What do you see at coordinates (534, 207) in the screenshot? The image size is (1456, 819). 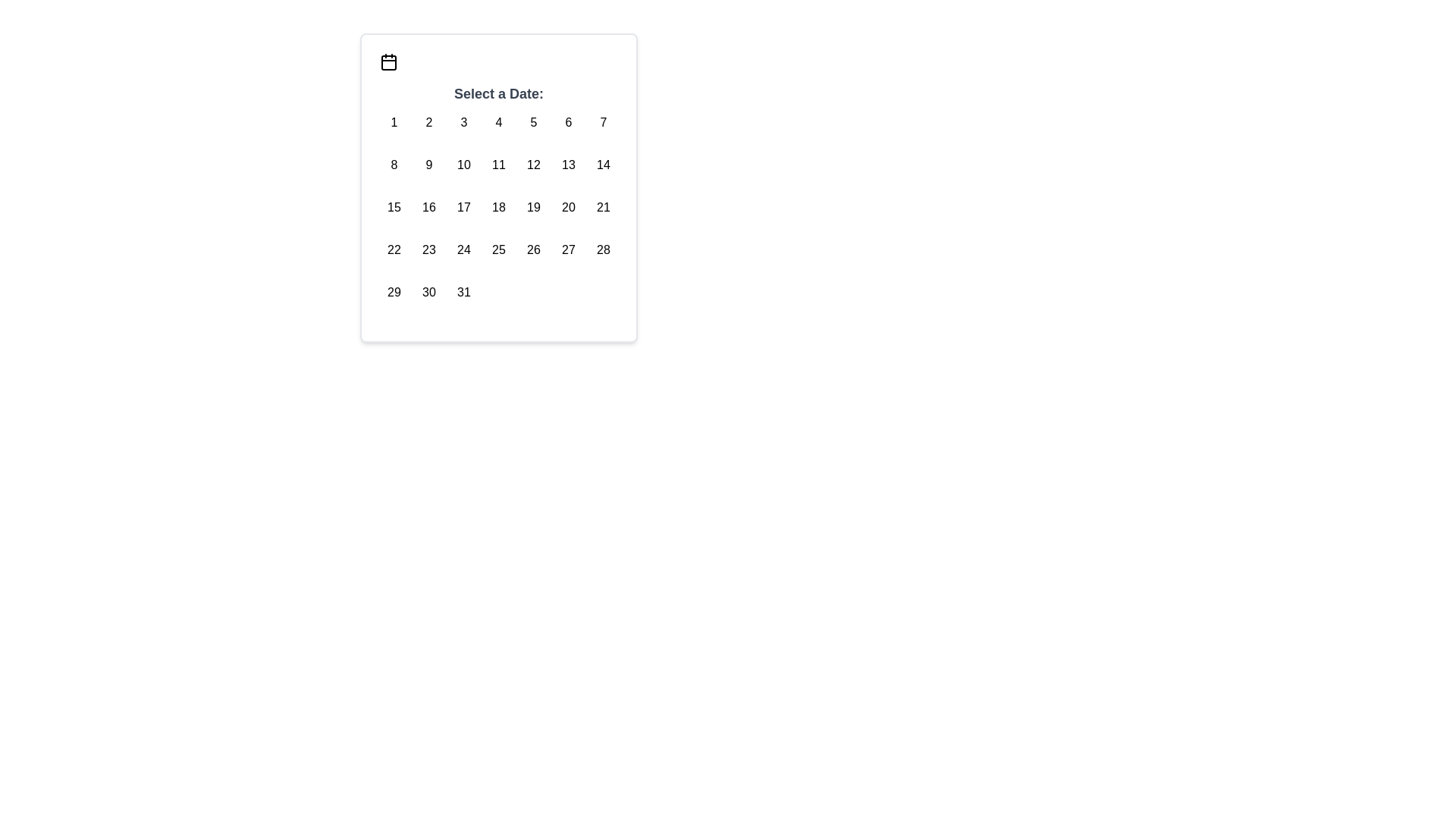 I see `the button displaying the number '19' in the calendar grid` at bounding box center [534, 207].